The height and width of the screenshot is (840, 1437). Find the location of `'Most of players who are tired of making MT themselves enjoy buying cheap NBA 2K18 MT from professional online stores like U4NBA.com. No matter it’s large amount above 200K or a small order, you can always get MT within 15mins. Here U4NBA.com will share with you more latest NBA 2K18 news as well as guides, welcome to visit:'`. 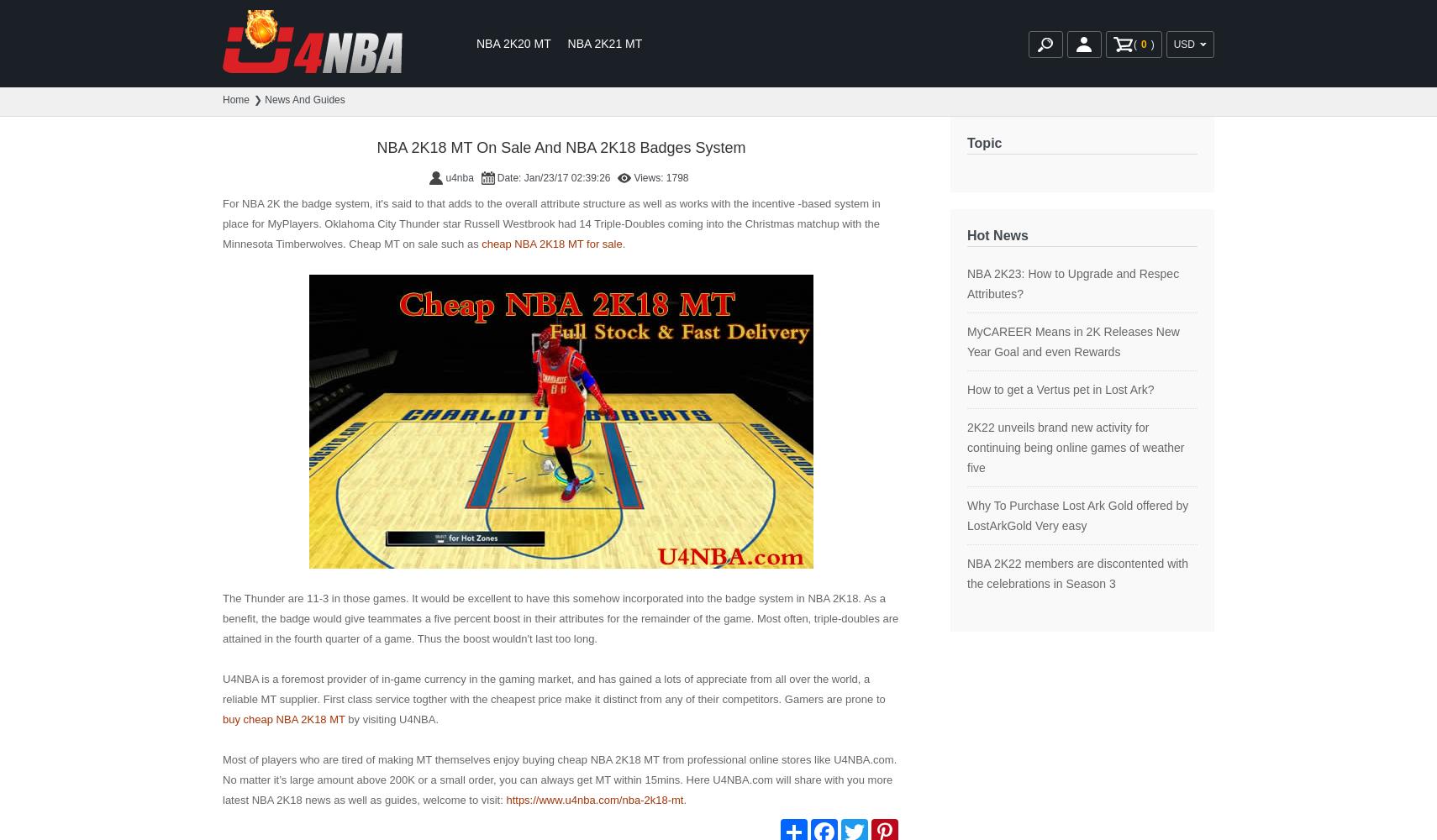

'Most of players who are tired of making MT themselves enjoy buying cheap NBA 2K18 MT from professional online stores like U4NBA.com. No matter it’s large amount above 200K or a small order, you can always get MT within 15mins. Here U4NBA.com will share with you more latest NBA 2K18 news as well as guides, welcome to visit:' is located at coordinates (560, 780).